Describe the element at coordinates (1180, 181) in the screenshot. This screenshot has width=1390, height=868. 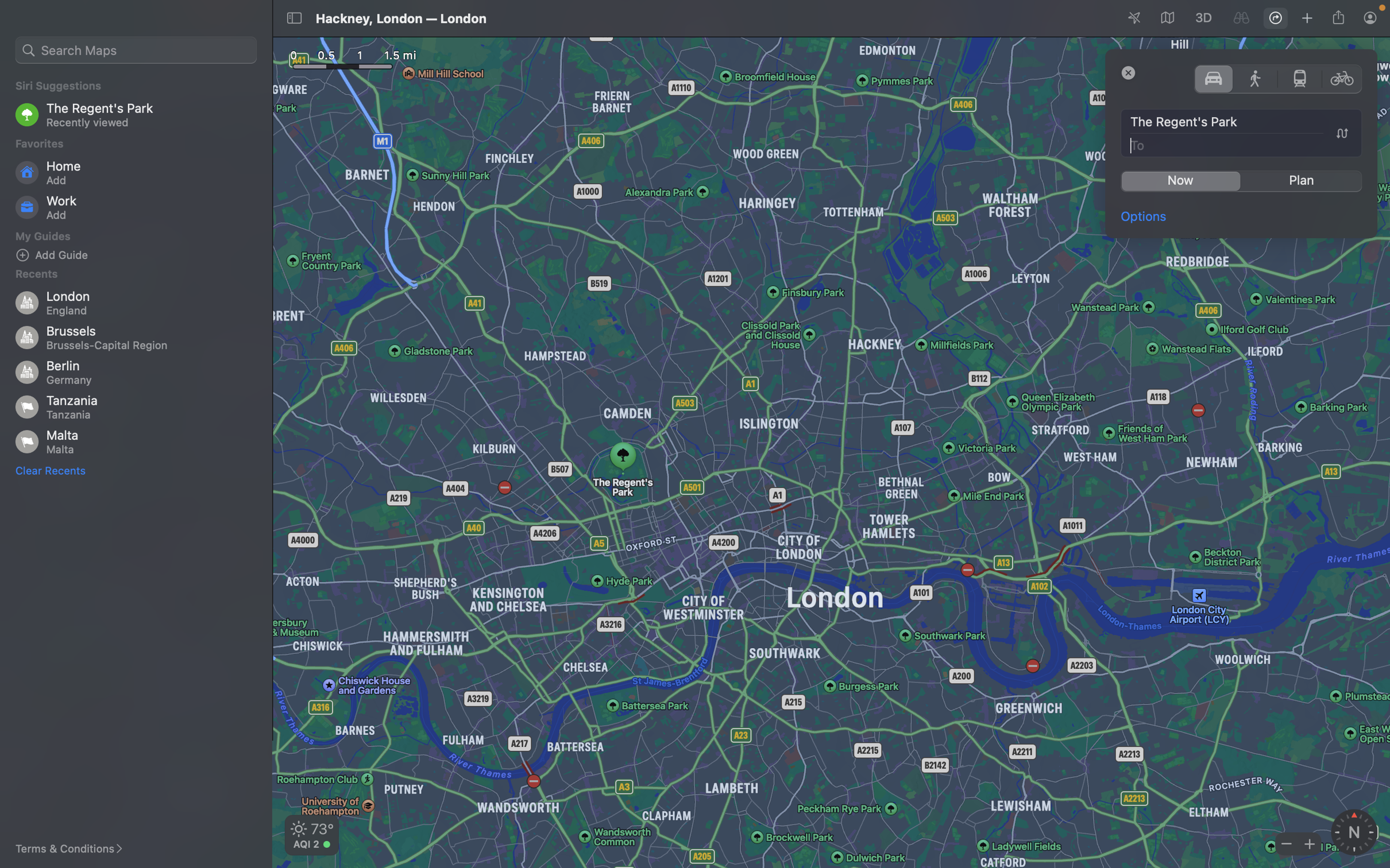
I see `Start the navigating system by hitting the "go now" button` at that location.